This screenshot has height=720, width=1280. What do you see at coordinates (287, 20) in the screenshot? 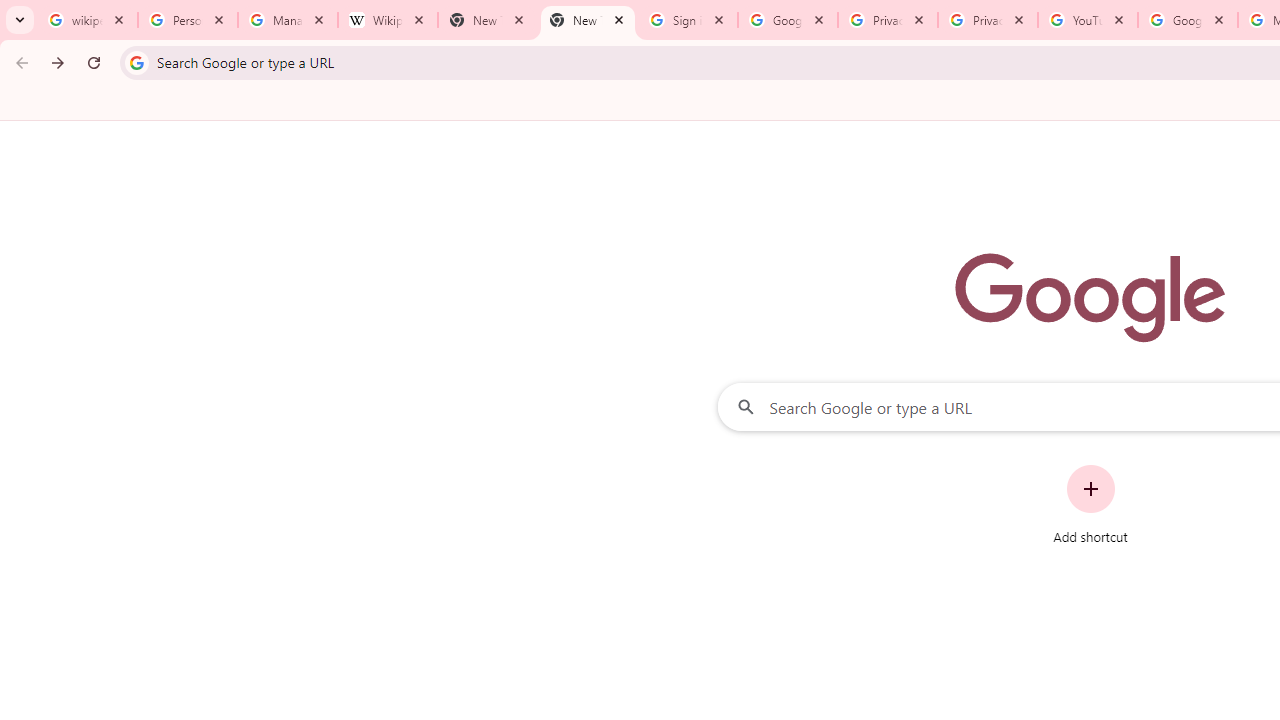
I see `'Manage your Location History - Google Search Help'` at bounding box center [287, 20].